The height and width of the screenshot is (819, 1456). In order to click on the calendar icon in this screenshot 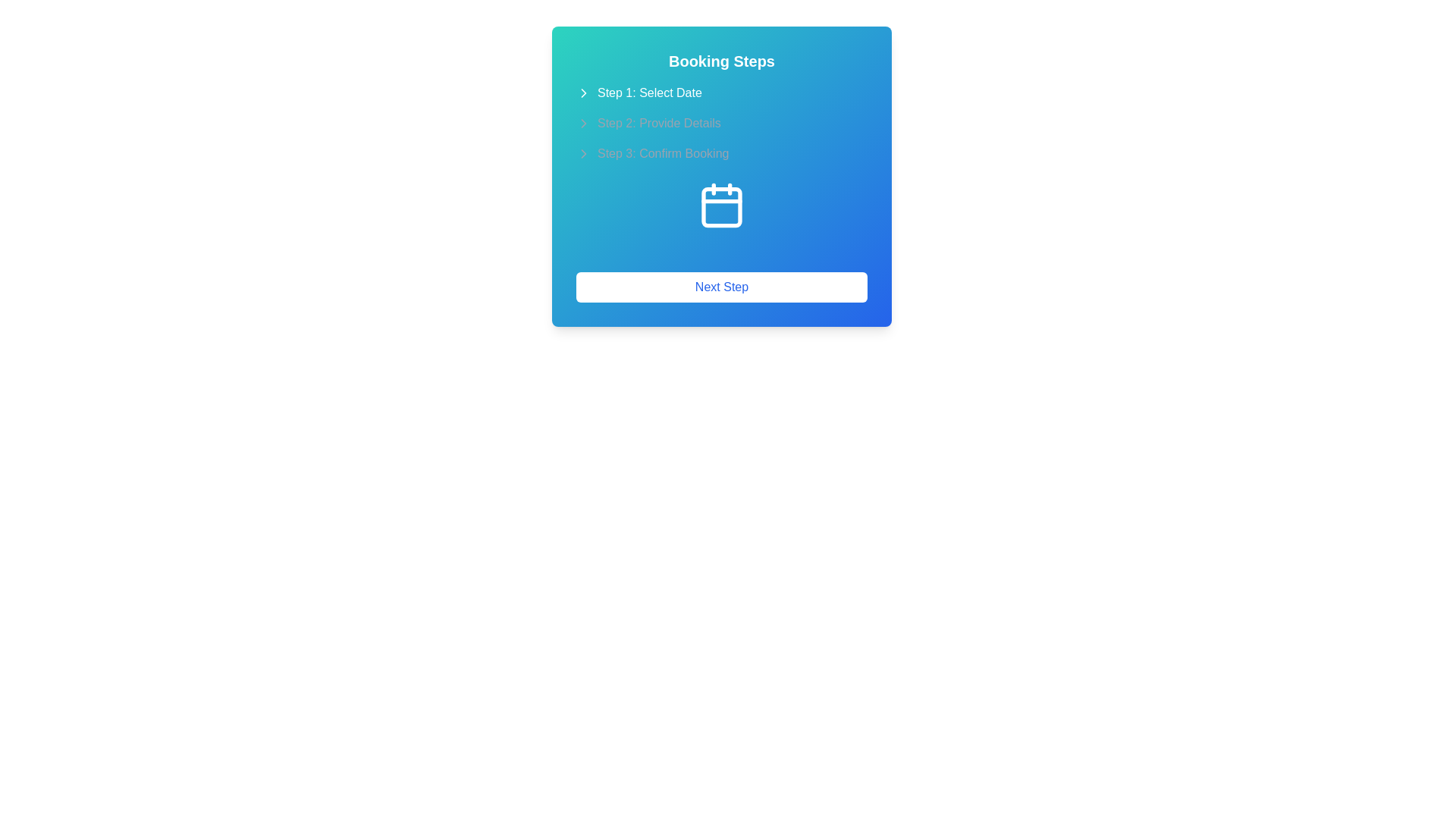, I will do `click(720, 205)`.